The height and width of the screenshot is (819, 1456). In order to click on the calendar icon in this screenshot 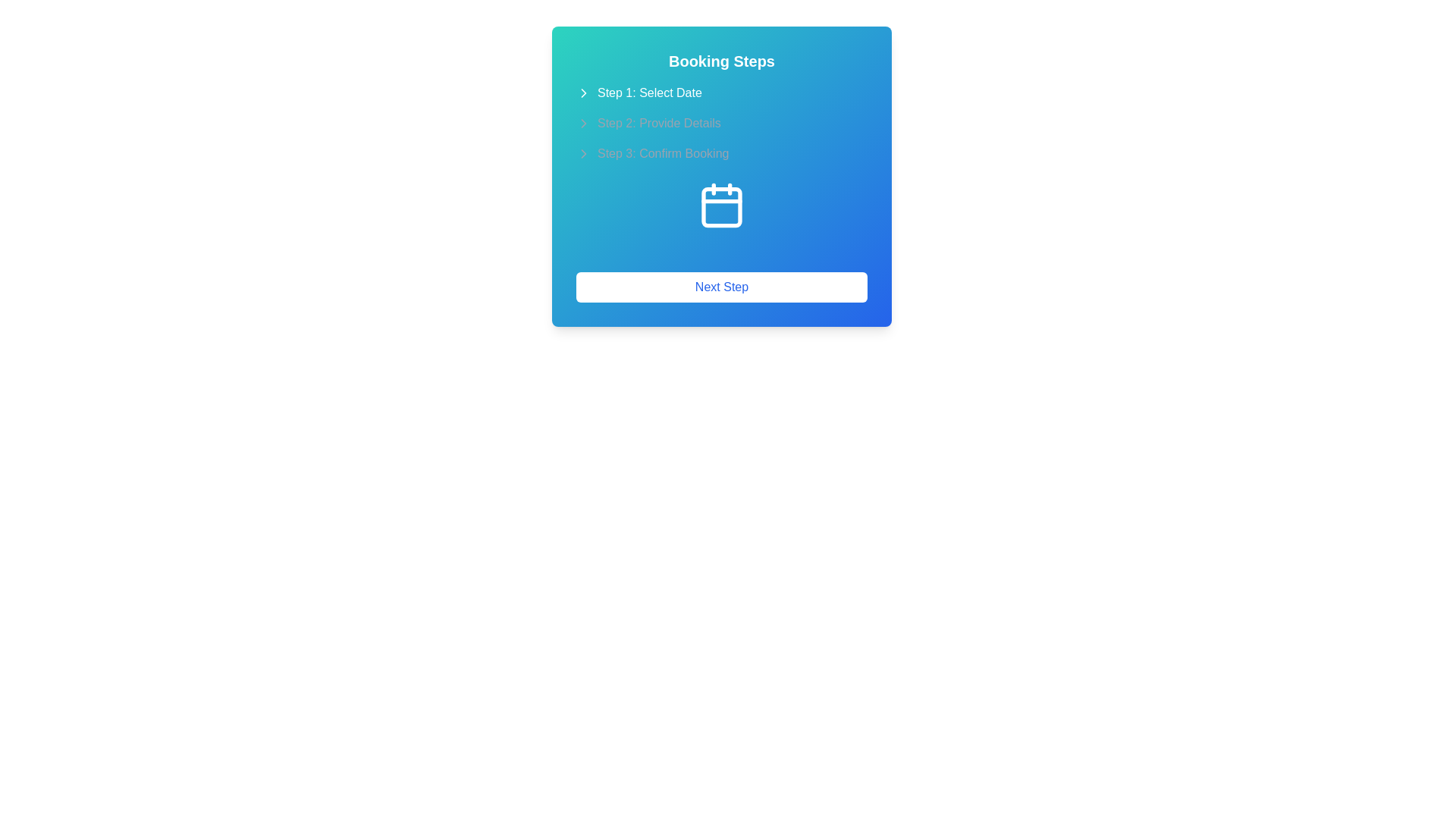, I will do `click(720, 205)`.